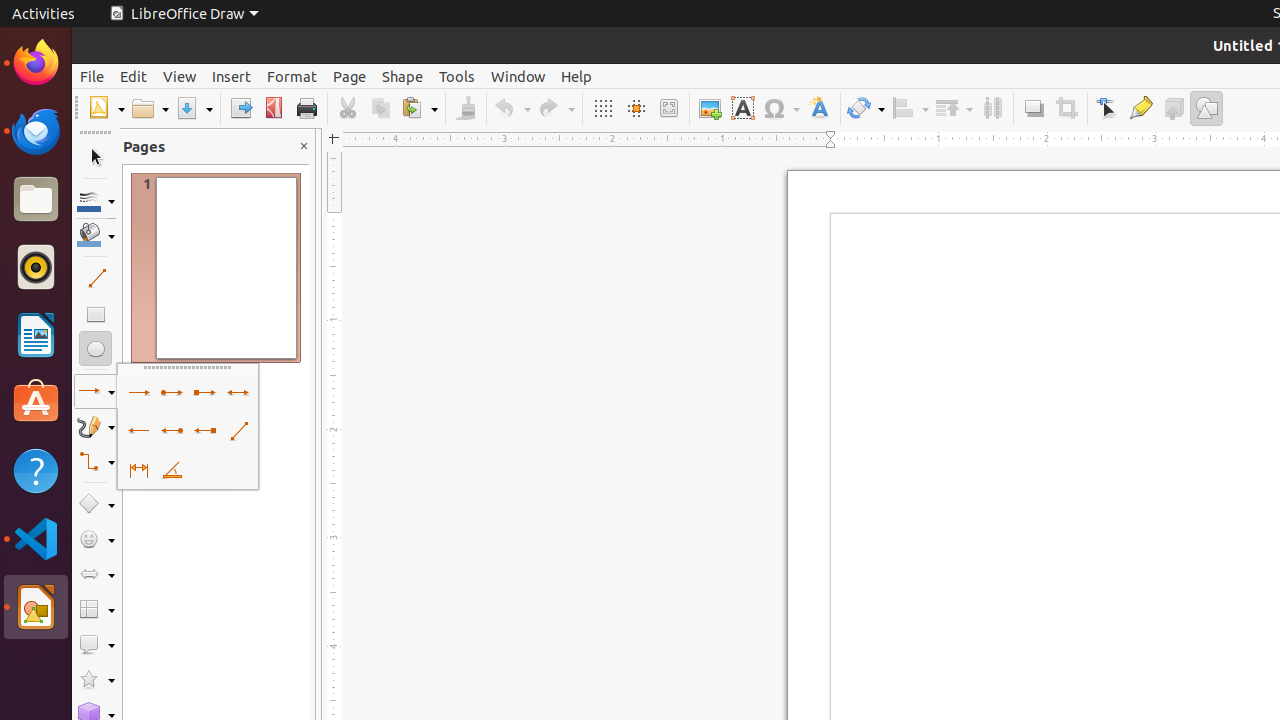 The height and width of the screenshot is (720, 1280). I want to click on 'Clone', so click(464, 108).